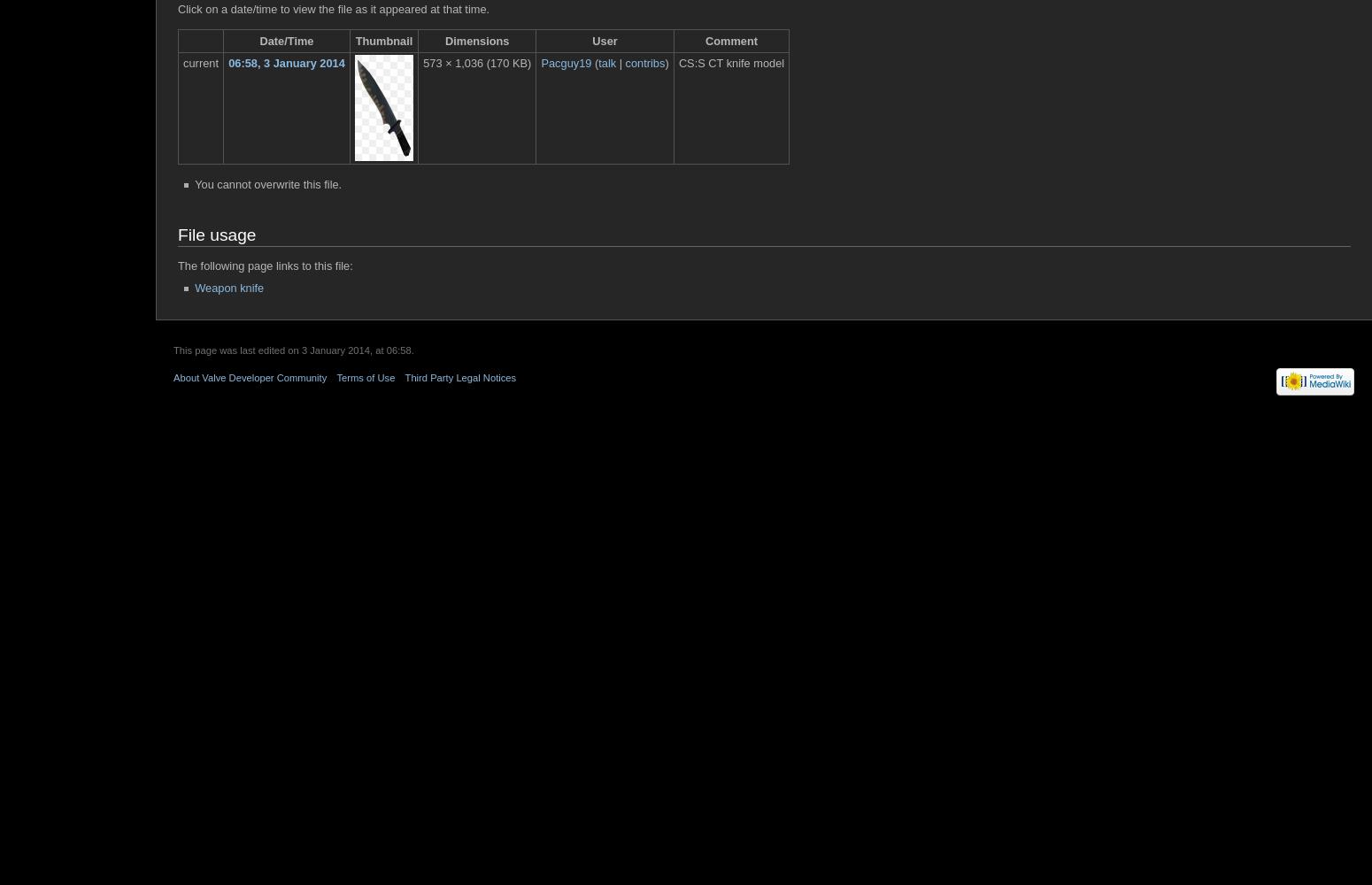 The width and height of the screenshot is (1372, 885). What do you see at coordinates (285, 40) in the screenshot?
I see `'Date/Time'` at bounding box center [285, 40].